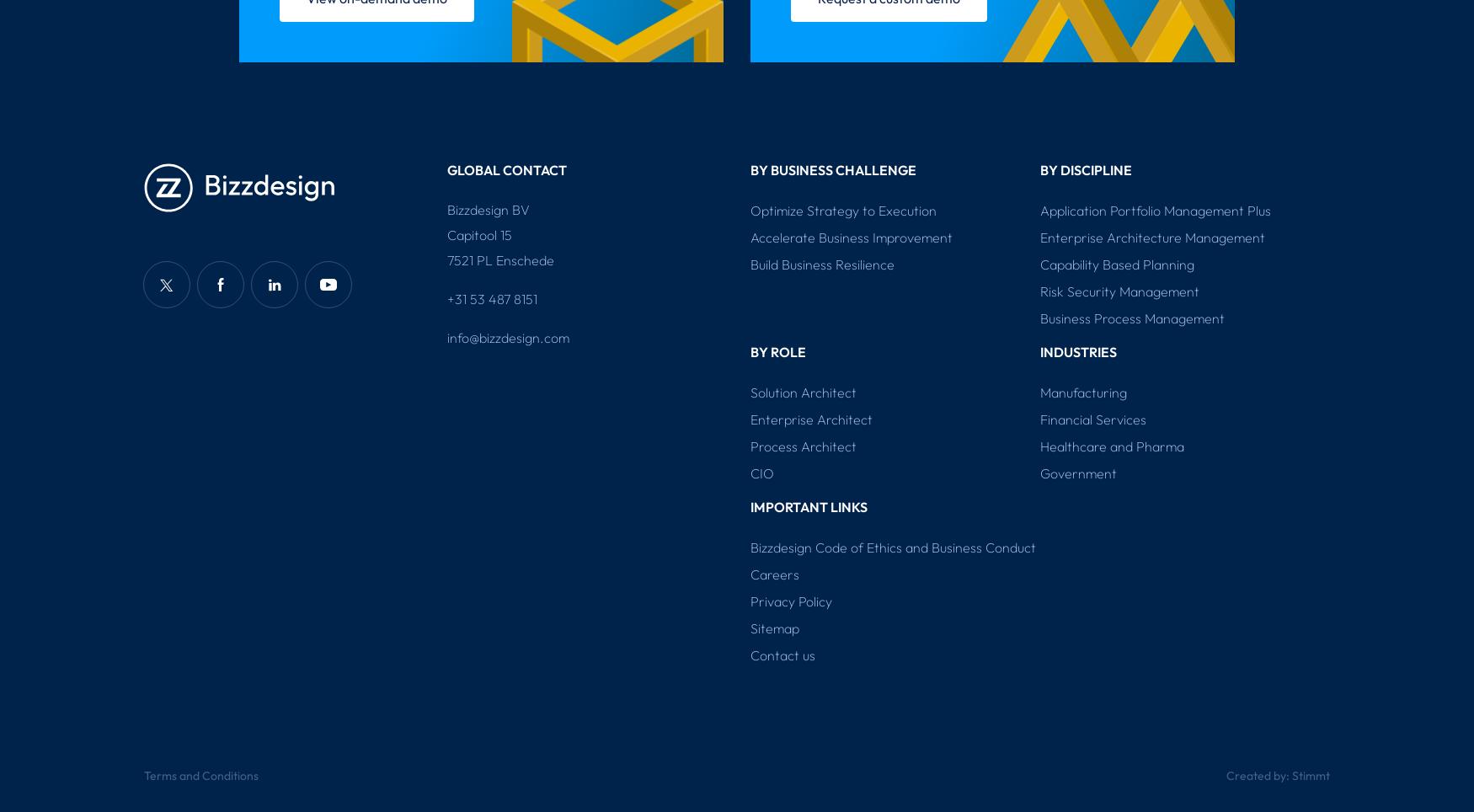  Describe the element at coordinates (777, 350) in the screenshot. I see `'By role'` at that location.